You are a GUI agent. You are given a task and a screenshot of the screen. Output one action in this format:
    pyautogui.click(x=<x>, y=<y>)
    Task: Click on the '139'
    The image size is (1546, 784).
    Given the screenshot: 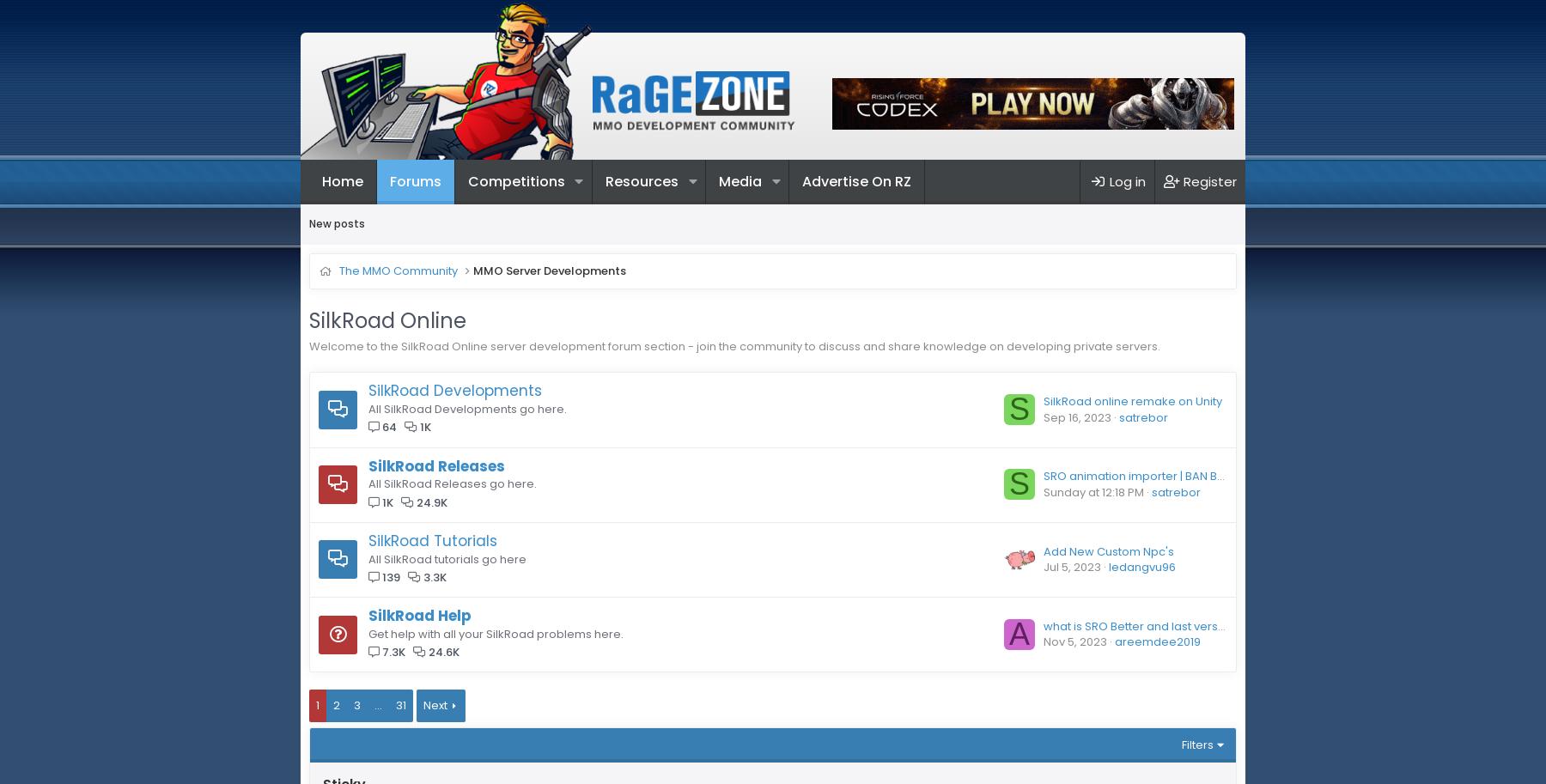 What is the action you would take?
    pyautogui.click(x=390, y=576)
    